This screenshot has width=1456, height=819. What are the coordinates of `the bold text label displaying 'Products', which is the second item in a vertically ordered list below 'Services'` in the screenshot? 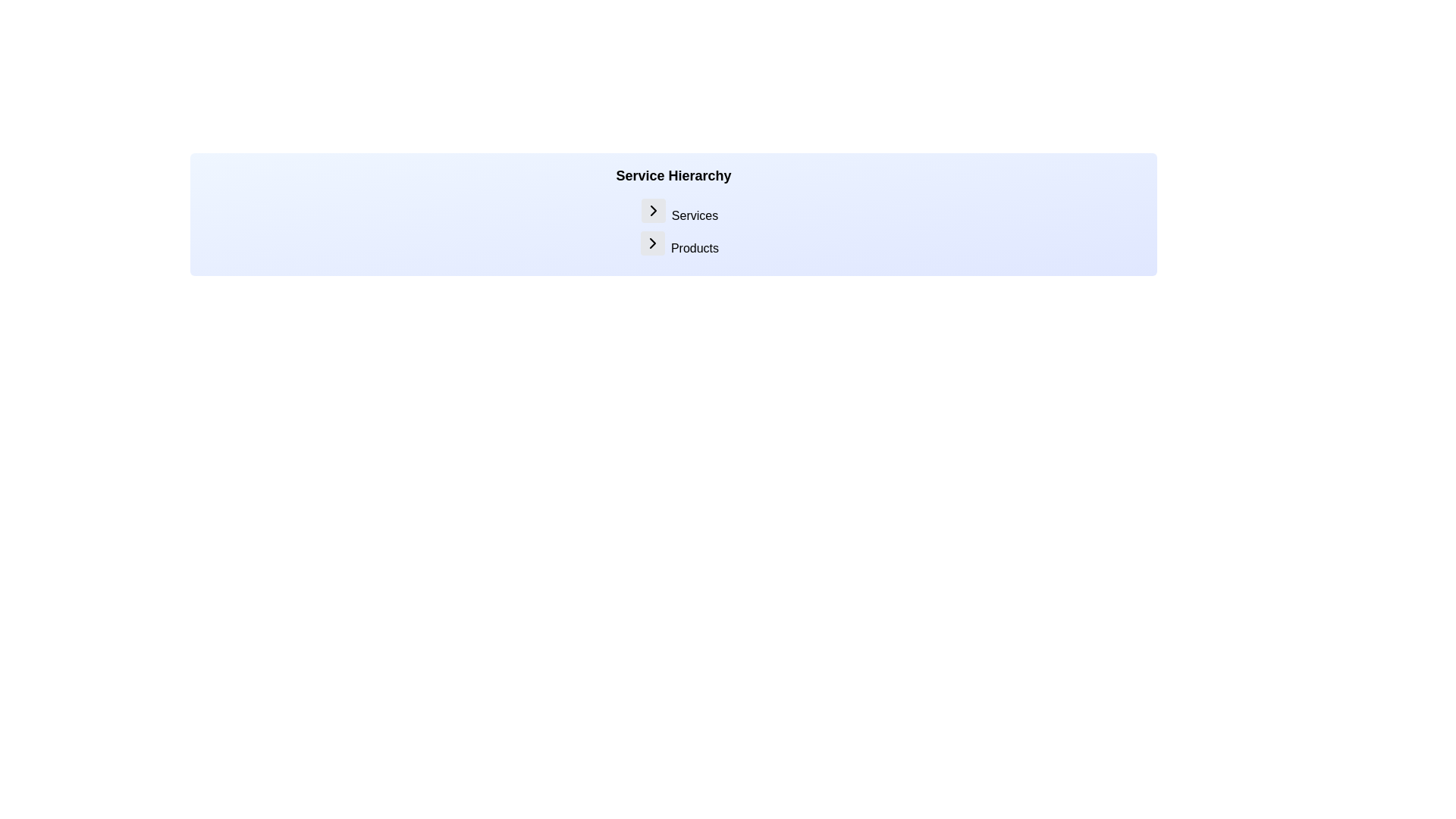 It's located at (679, 243).